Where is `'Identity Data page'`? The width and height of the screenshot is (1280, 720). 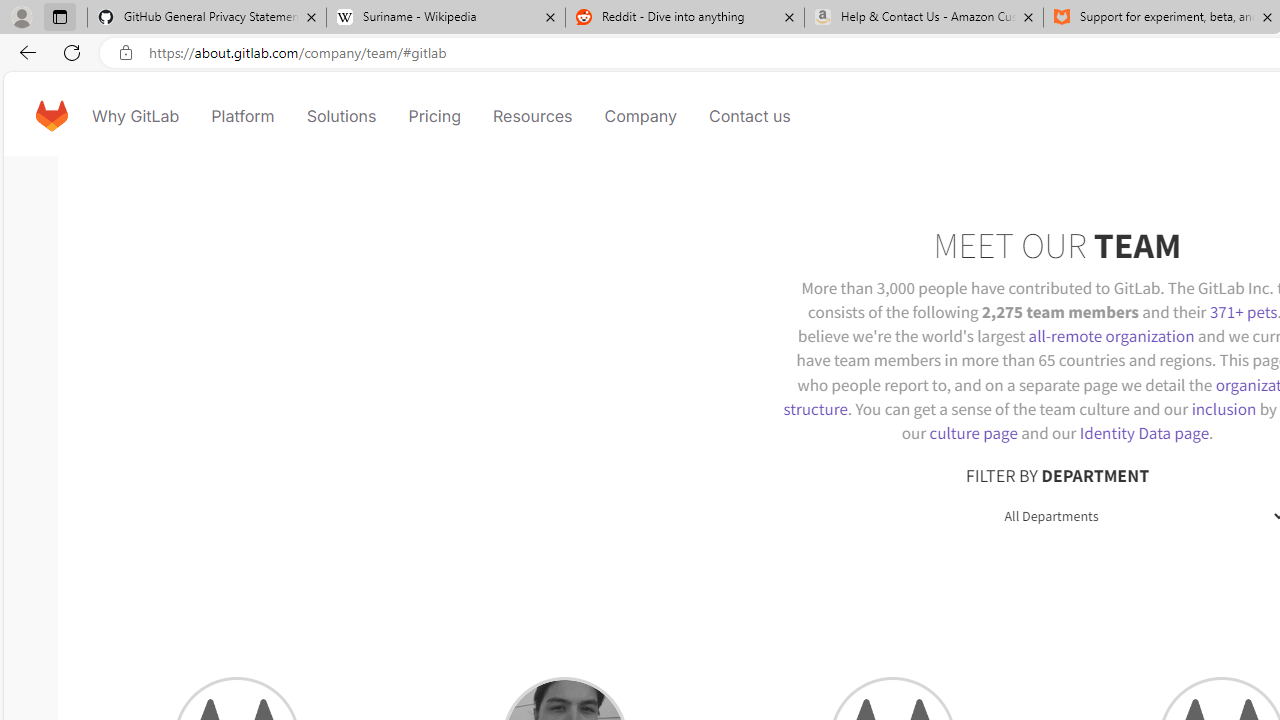 'Identity Data page' is located at coordinates (1144, 432).